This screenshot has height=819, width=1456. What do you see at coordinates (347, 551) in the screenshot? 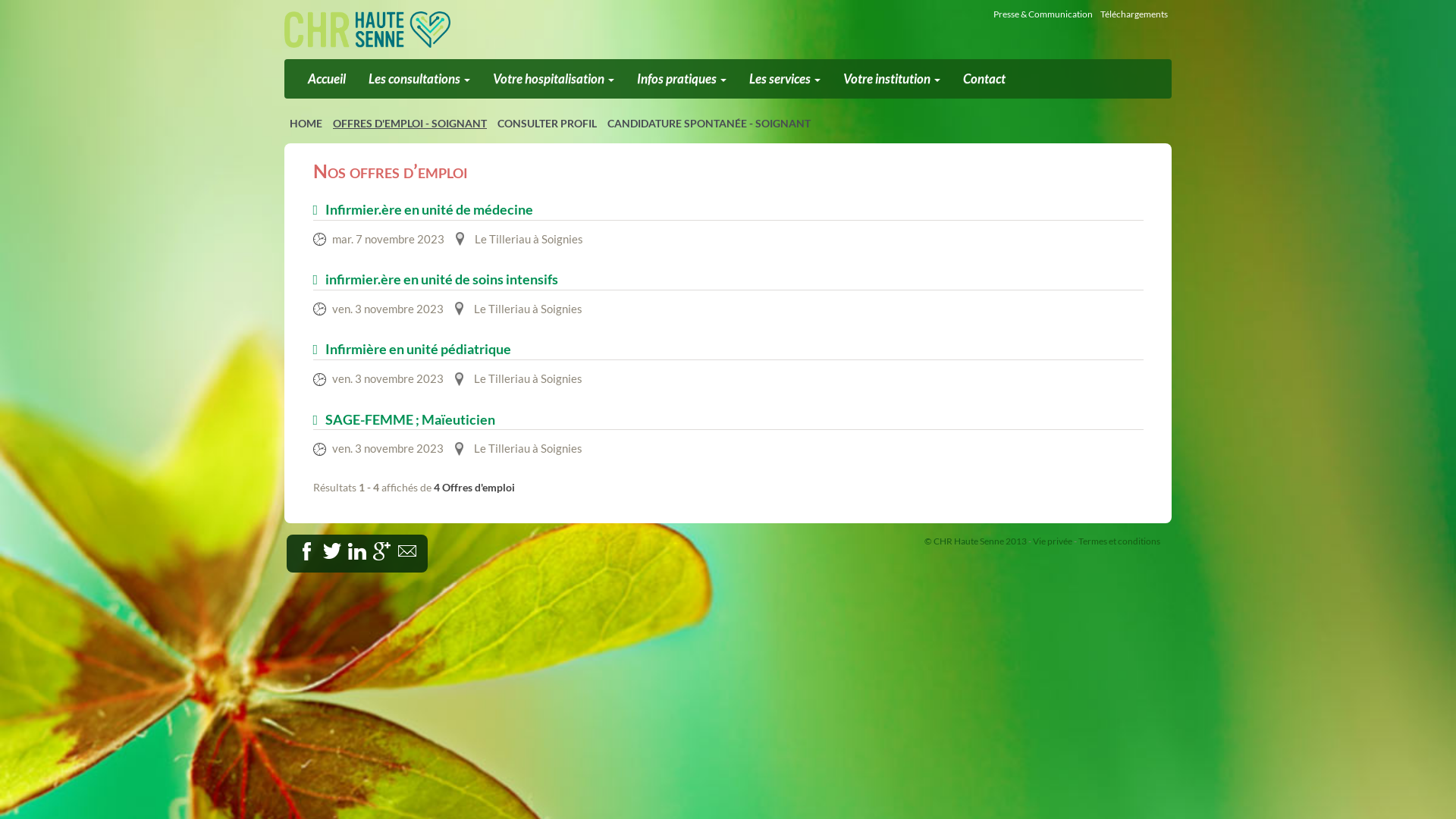
I see `'LinkedIn'` at bounding box center [347, 551].